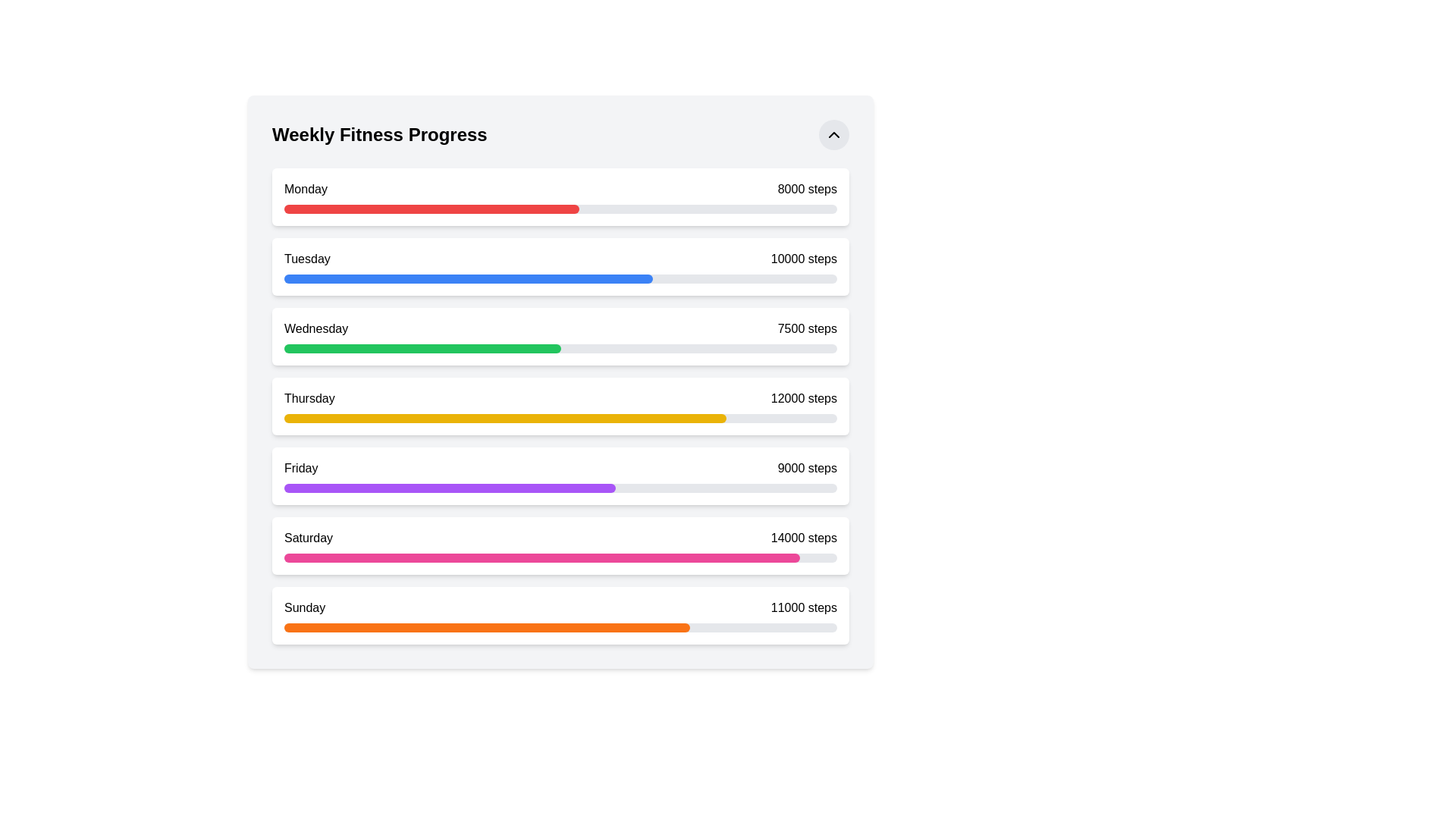  Describe the element at coordinates (301, 467) in the screenshot. I see `the text label displaying 'Friday' in the day-to-day activity tracker UI, which is part of a horizontal layout with other days of the week` at that location.